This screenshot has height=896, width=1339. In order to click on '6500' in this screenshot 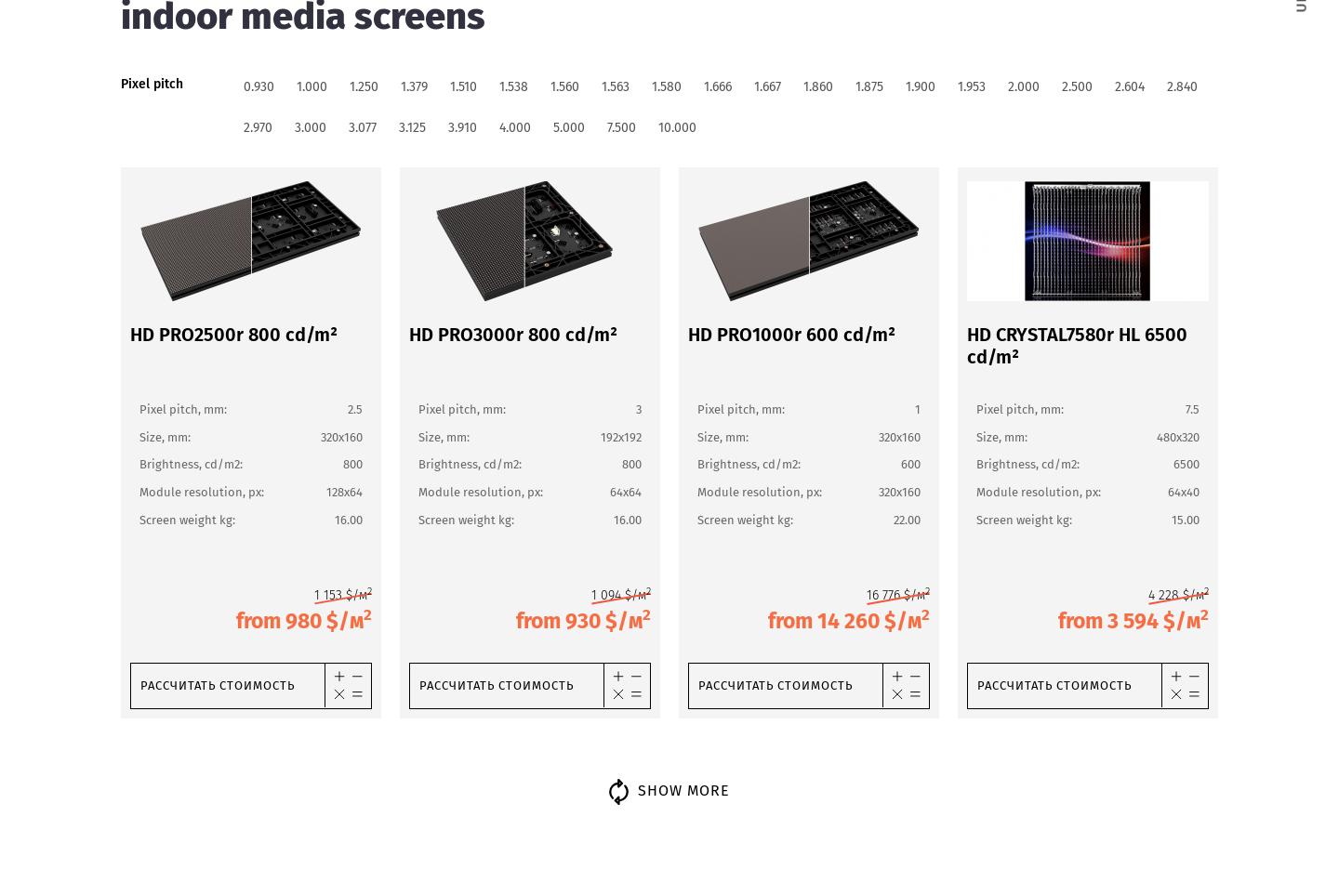, I will do `click(1186, 463)`.